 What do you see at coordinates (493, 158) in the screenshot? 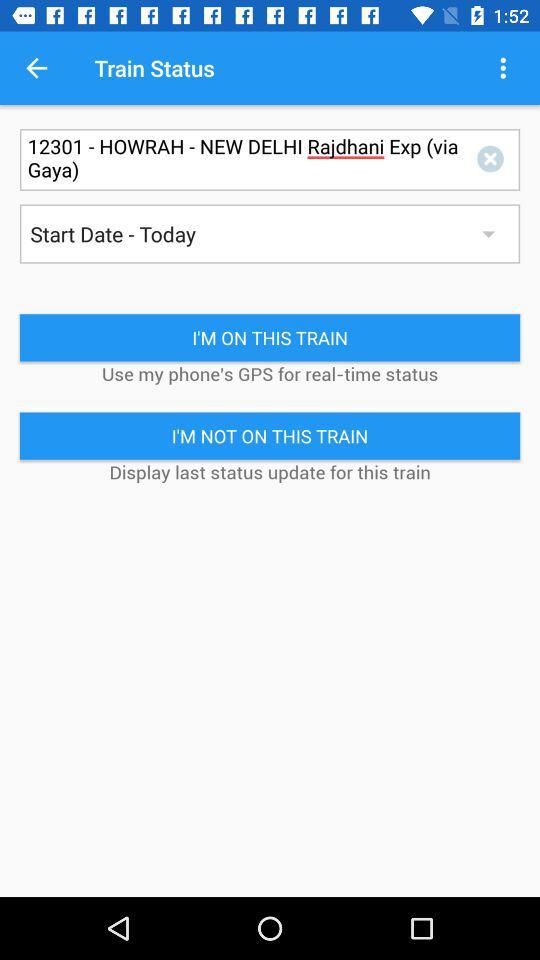
I see `delet train route` at bounding box center [493, 158].